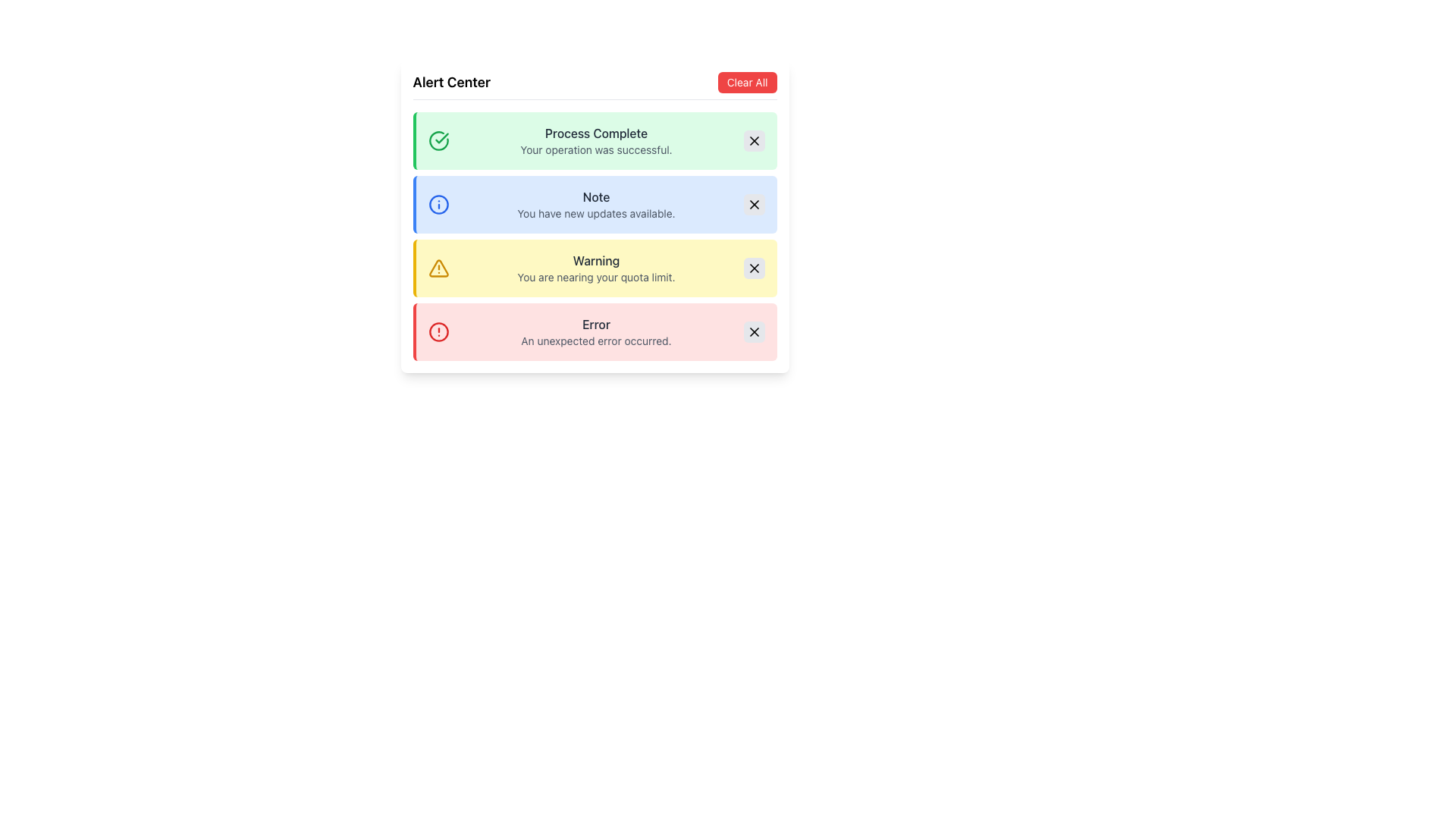 The height and width of the screenshot is (819, 1456). Describe the element at coordinates (595, 324) in the screenshot. I see `the text label that serves as the title or summary of an alert message indicating an error condition` at that location.